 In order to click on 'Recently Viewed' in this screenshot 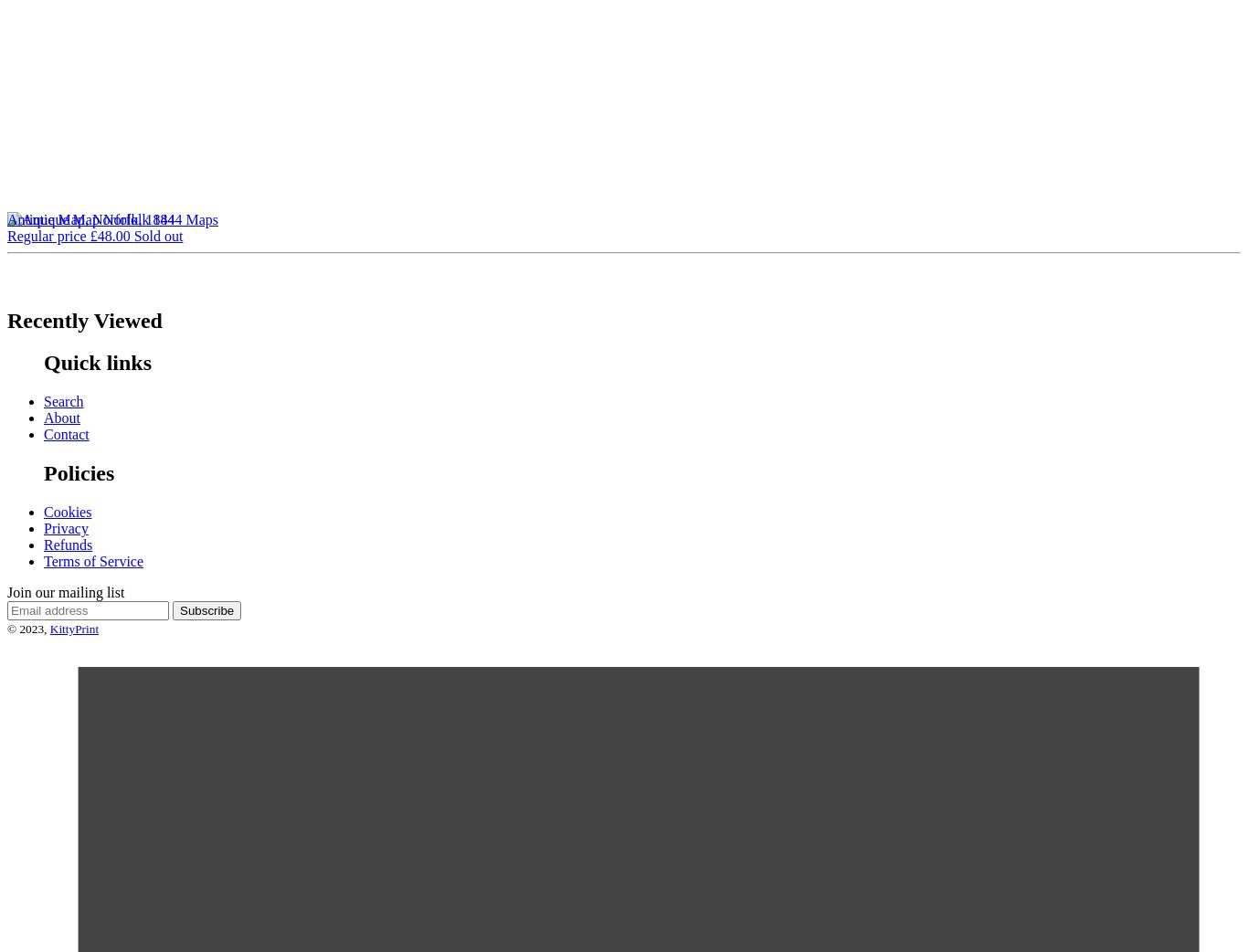, I will do `click(84, 319)`.